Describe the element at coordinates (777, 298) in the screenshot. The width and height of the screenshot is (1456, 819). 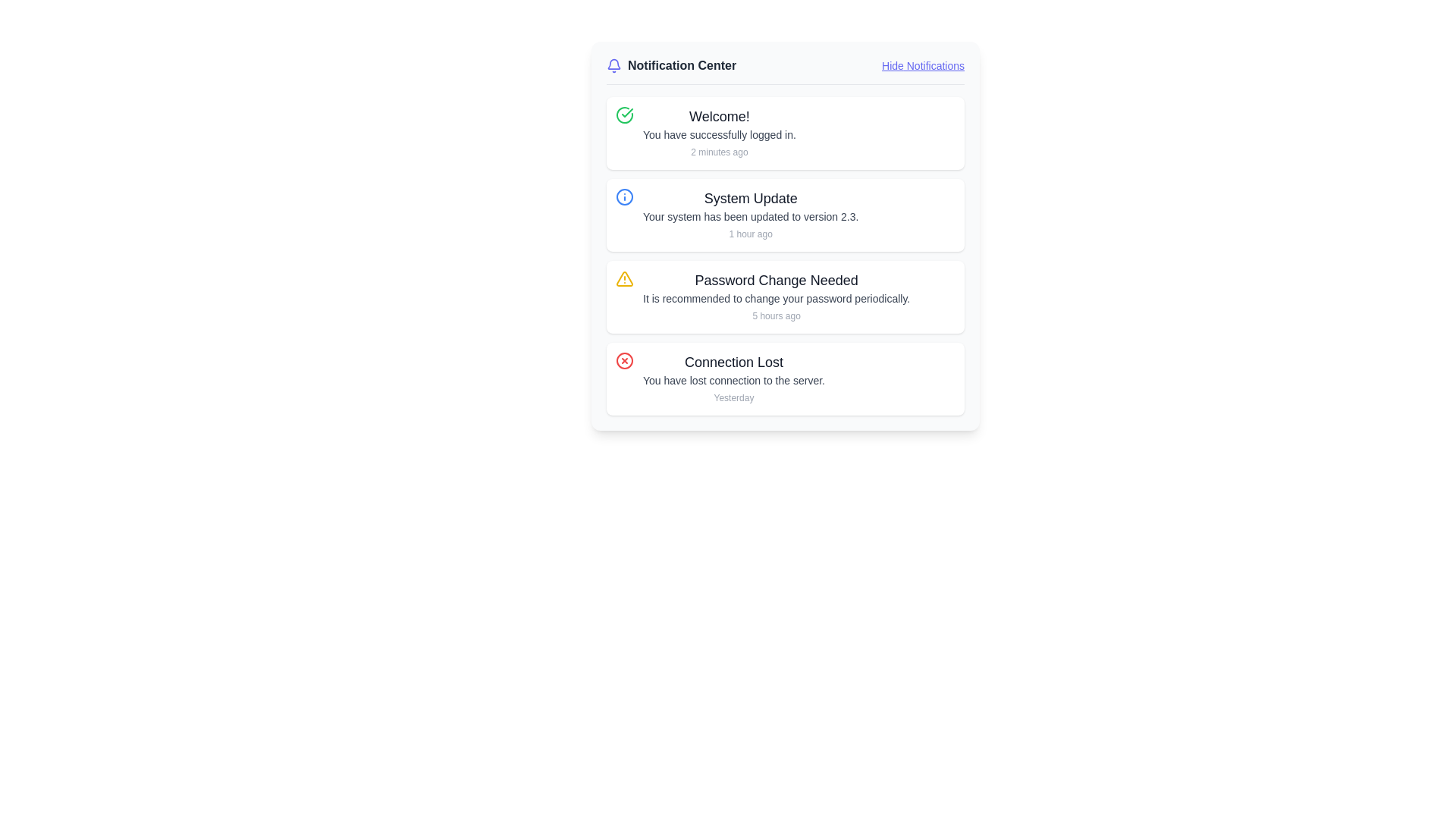
I see `the informational text advising users to change their password, located in the 'Password Change Needed' notification card` at that location.